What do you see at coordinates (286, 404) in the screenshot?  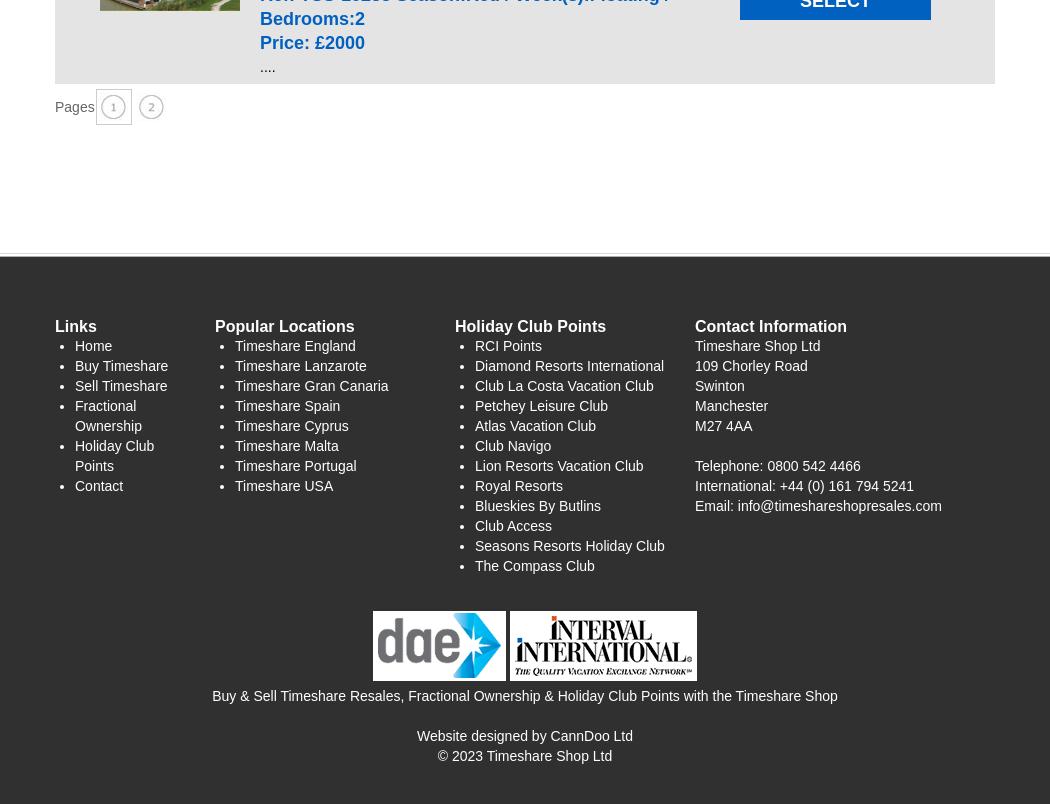 I see `'Timeshare Spain'` at bounding box center [286, 404].